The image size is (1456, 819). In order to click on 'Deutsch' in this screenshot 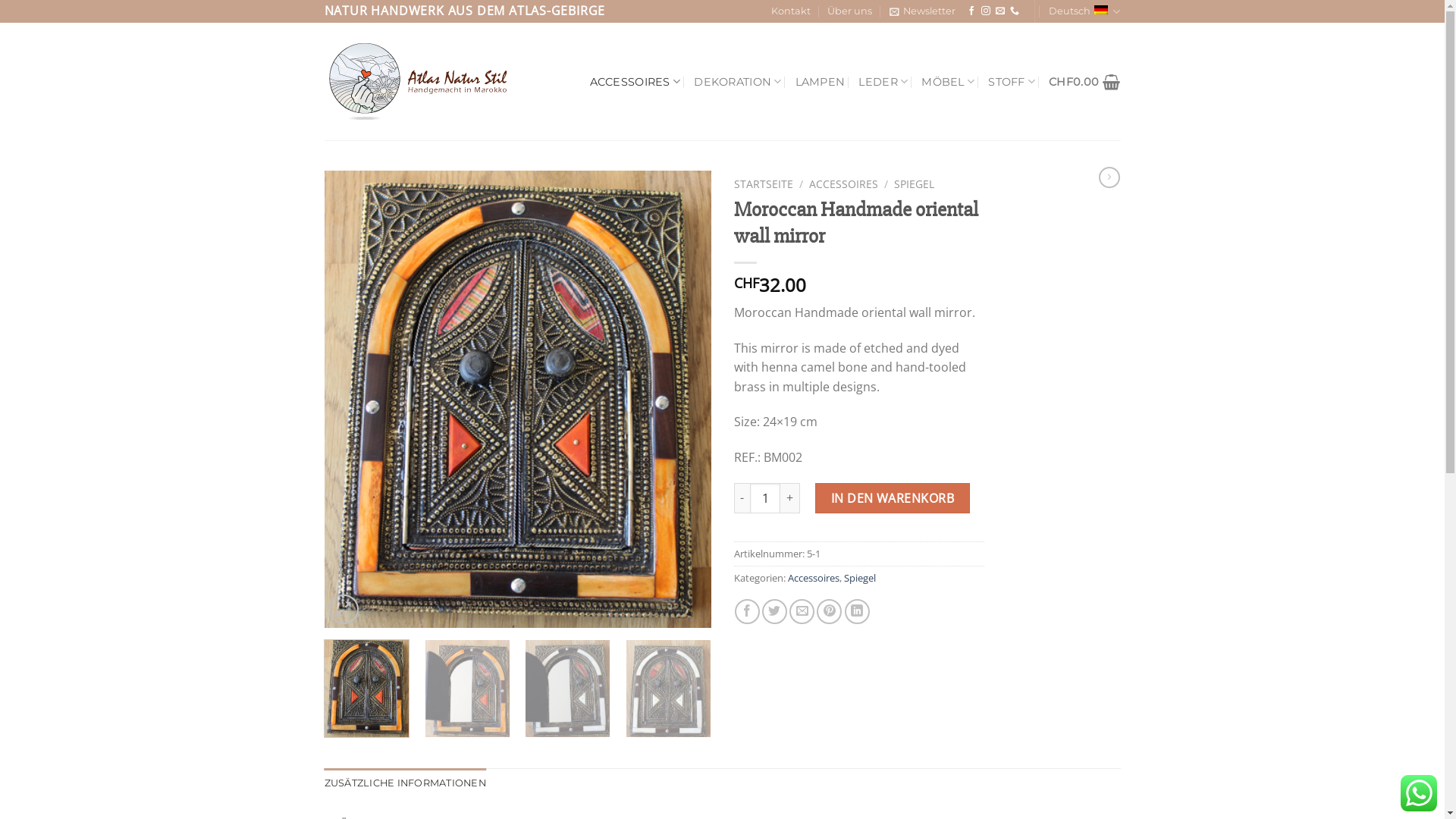, I will do `click(1084, 11)`.